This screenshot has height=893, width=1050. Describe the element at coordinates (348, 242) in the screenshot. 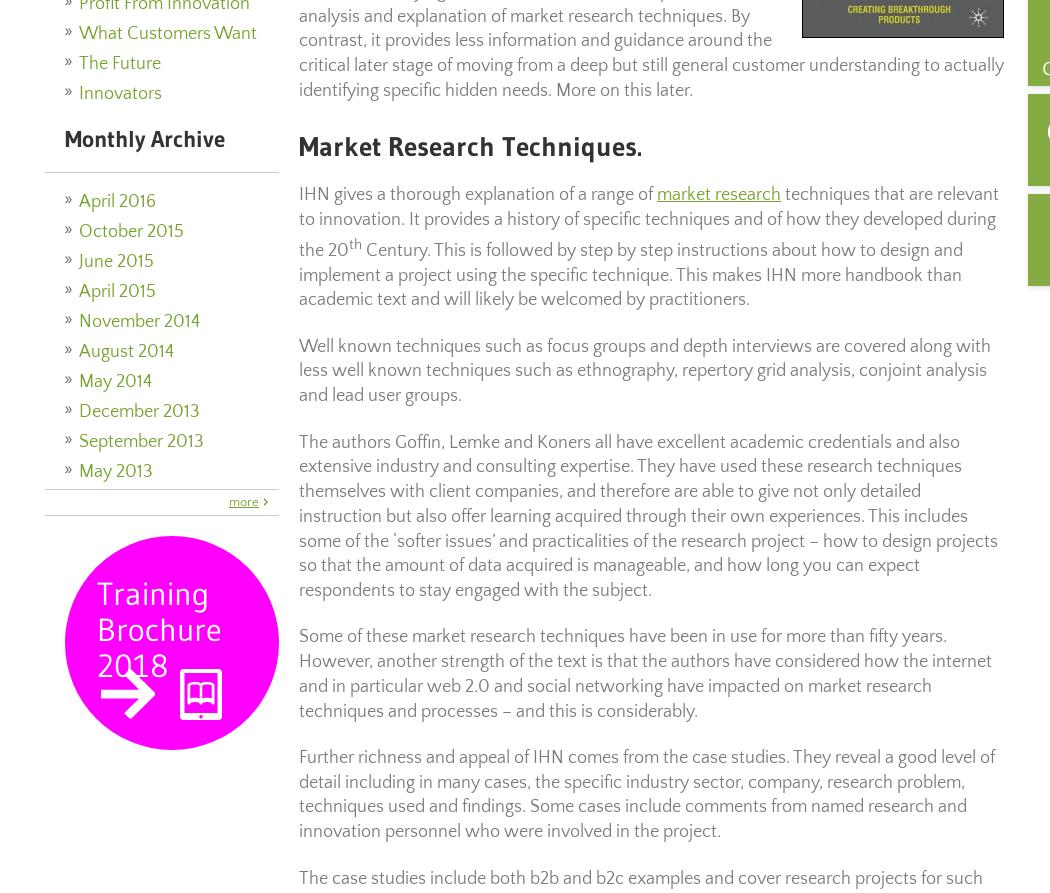

I see `'th'` at that location.